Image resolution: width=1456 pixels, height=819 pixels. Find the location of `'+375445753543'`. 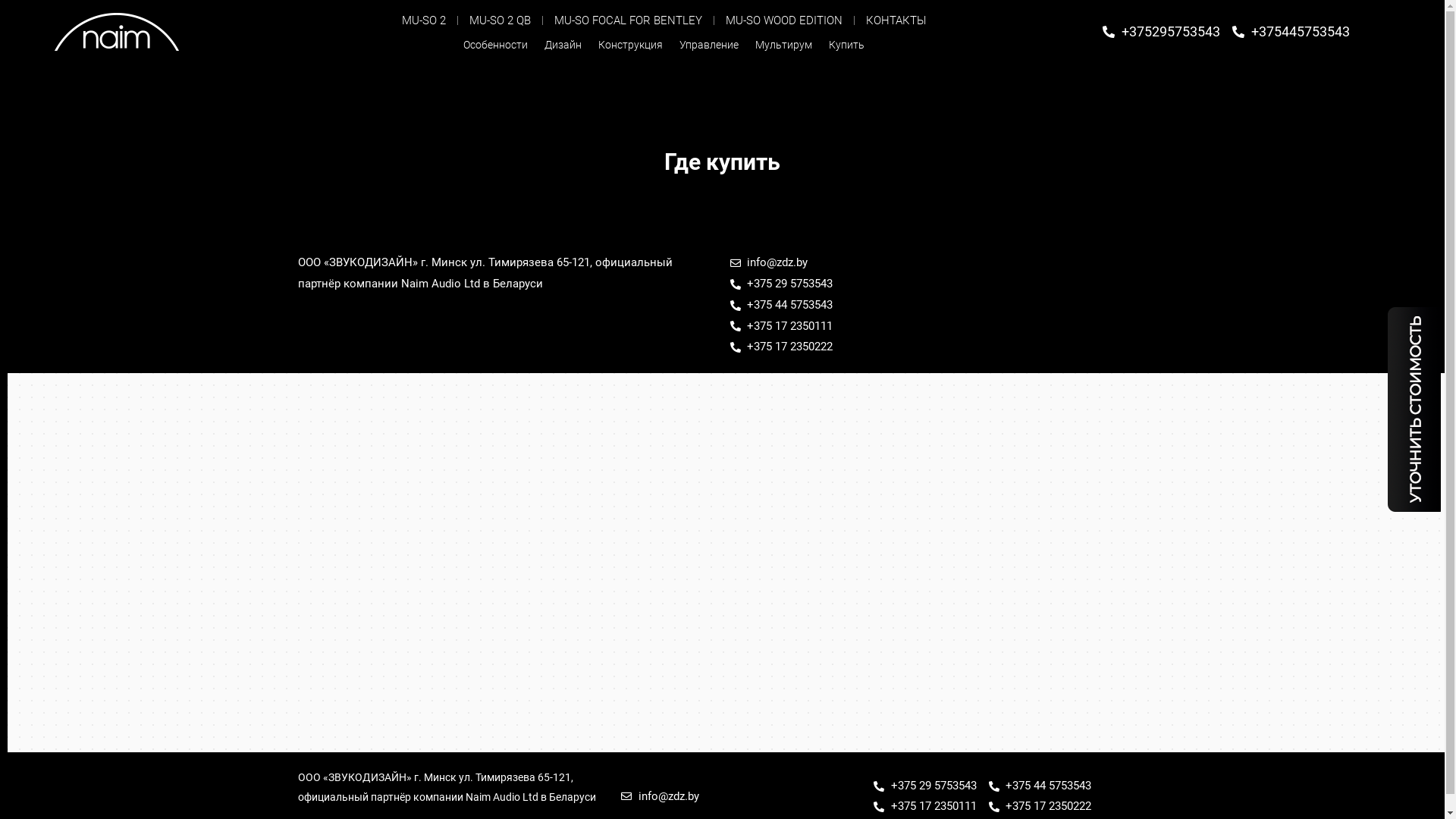

'+375445753543' is located at coordinates (1290, 31).